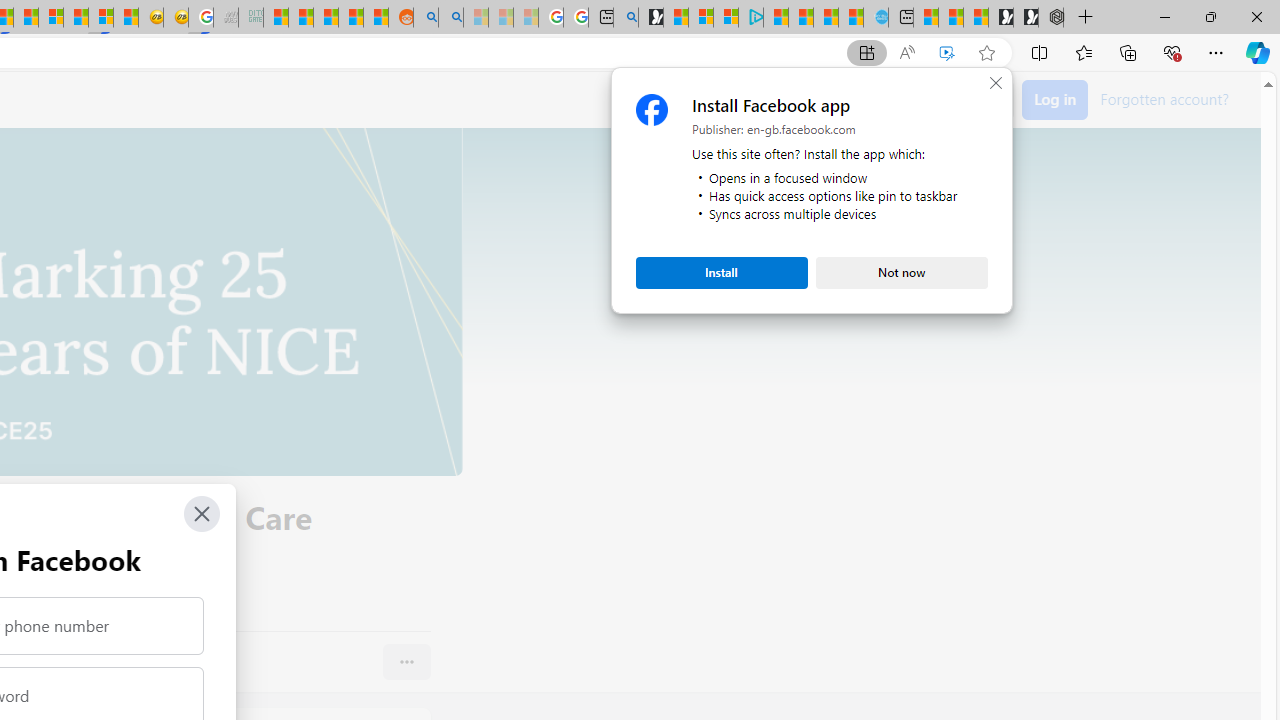  Describe the element at coordinates (901, 272) in the screenshot. I see `'Not now'` at that location.